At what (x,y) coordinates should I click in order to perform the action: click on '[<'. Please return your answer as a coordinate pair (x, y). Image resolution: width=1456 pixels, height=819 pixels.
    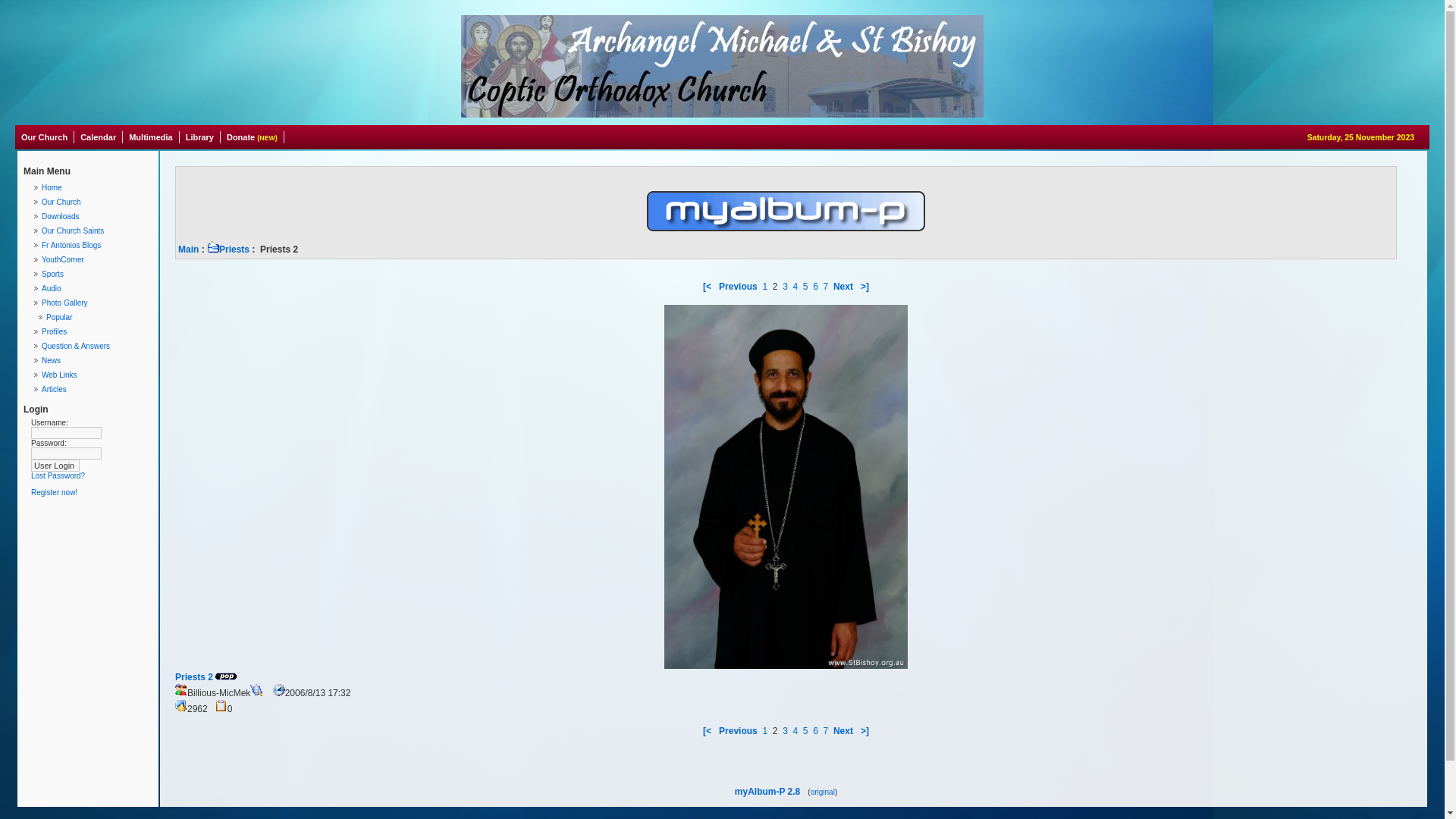
    Looking at the image, I should click on (701, 287).